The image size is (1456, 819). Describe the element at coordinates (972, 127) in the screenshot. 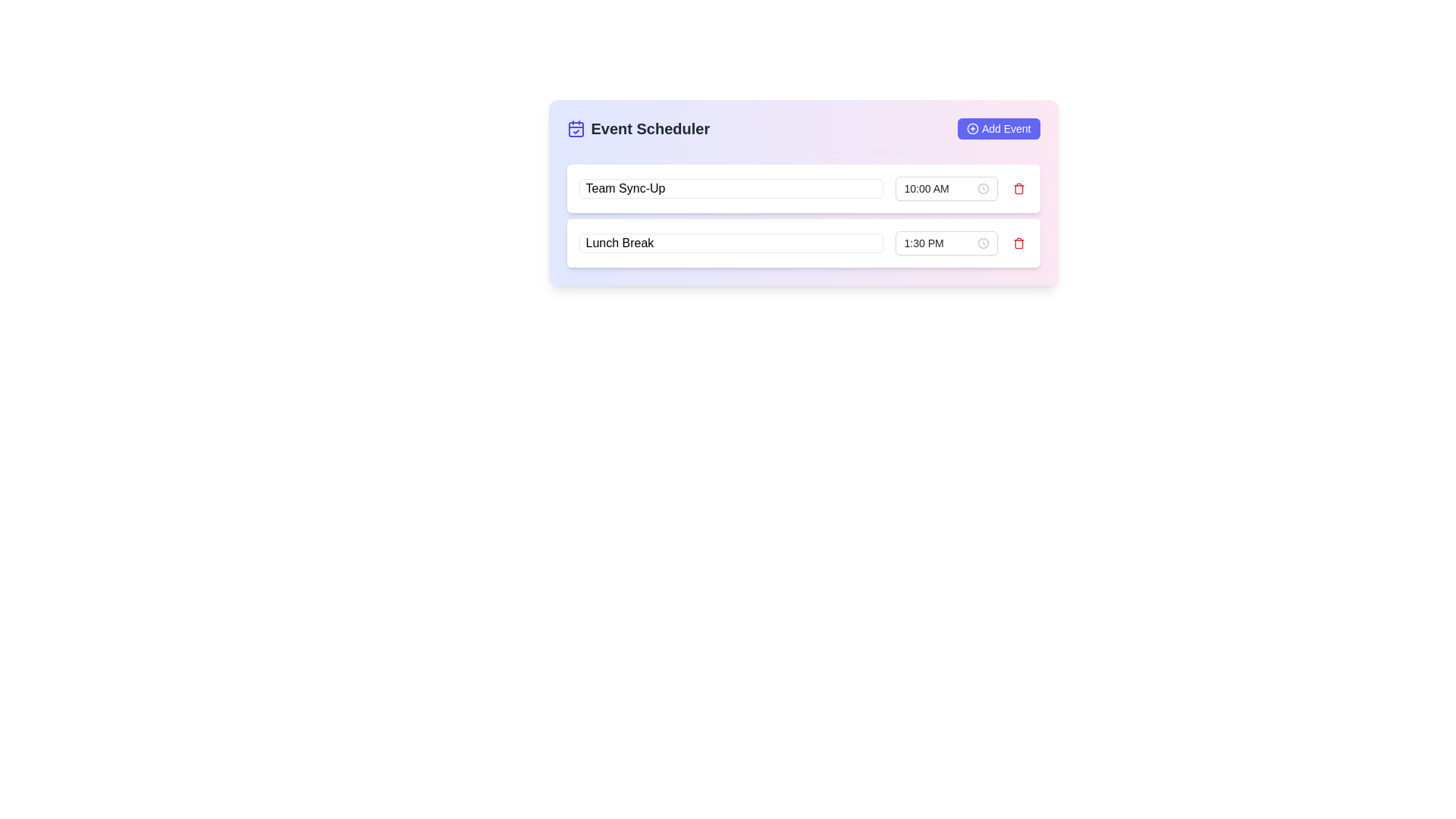

I see `the circular 'Add Event' button located in the top-right corner of the card interface, which features a blue background and an inner plus sign` at that location.